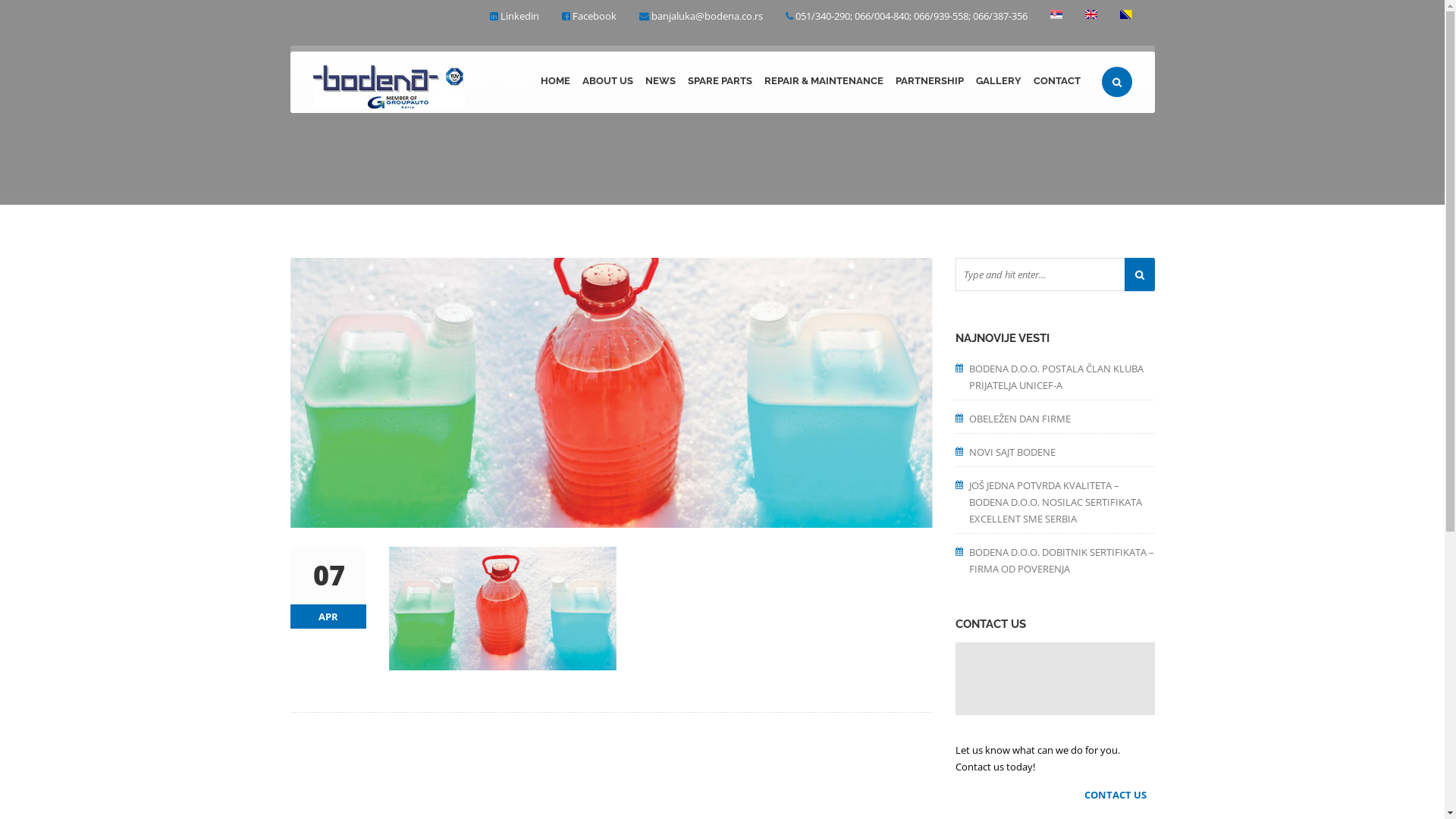 Image resolution: width=1456 pixels, height=819 pixels. What do you see at coordinates (519, 15) in the screenshot?
I see `'Linkedin'` at bounding box center [519, 15].